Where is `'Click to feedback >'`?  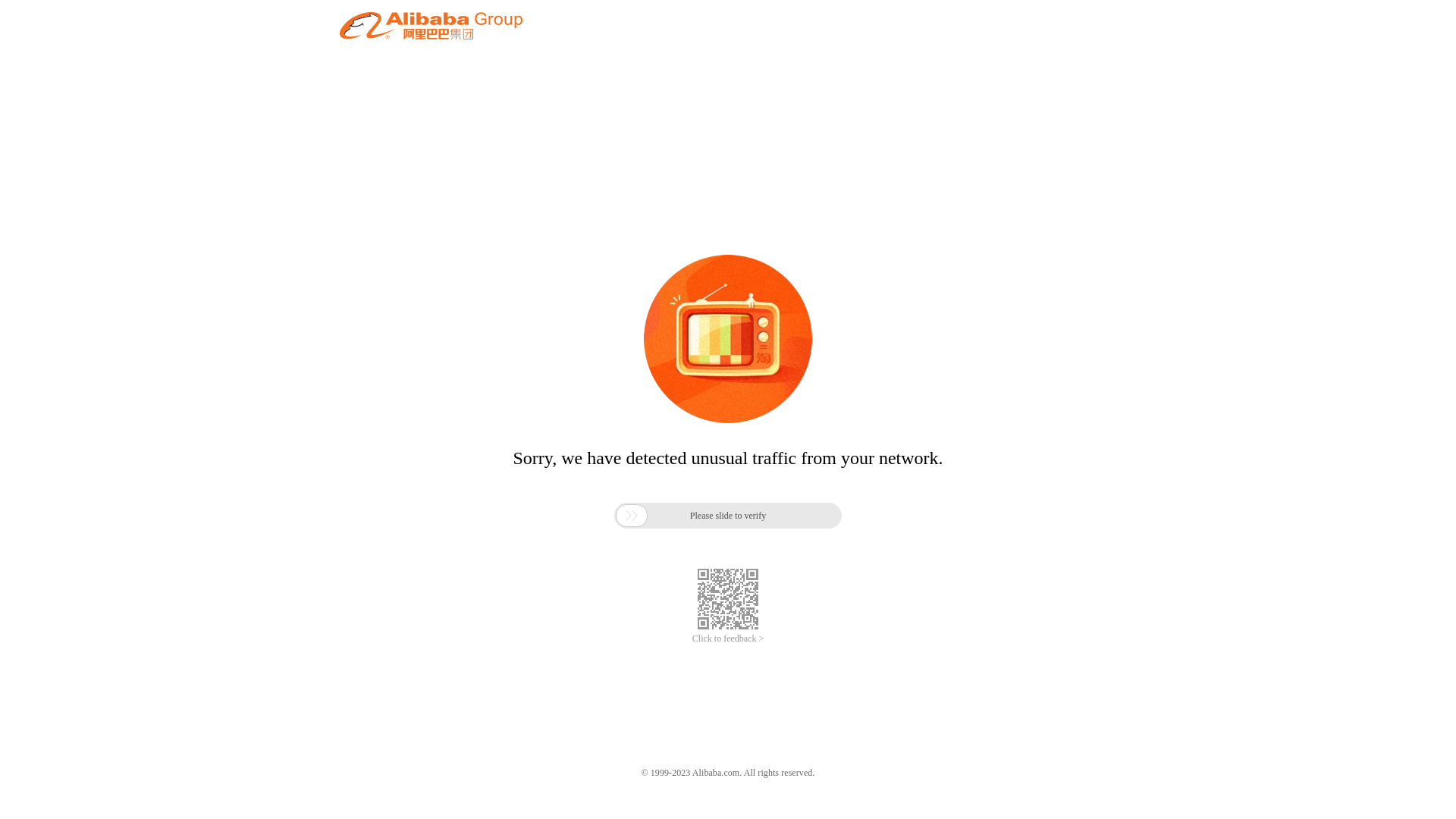 'Click to feedback >' is located at coordinates (728, 639).